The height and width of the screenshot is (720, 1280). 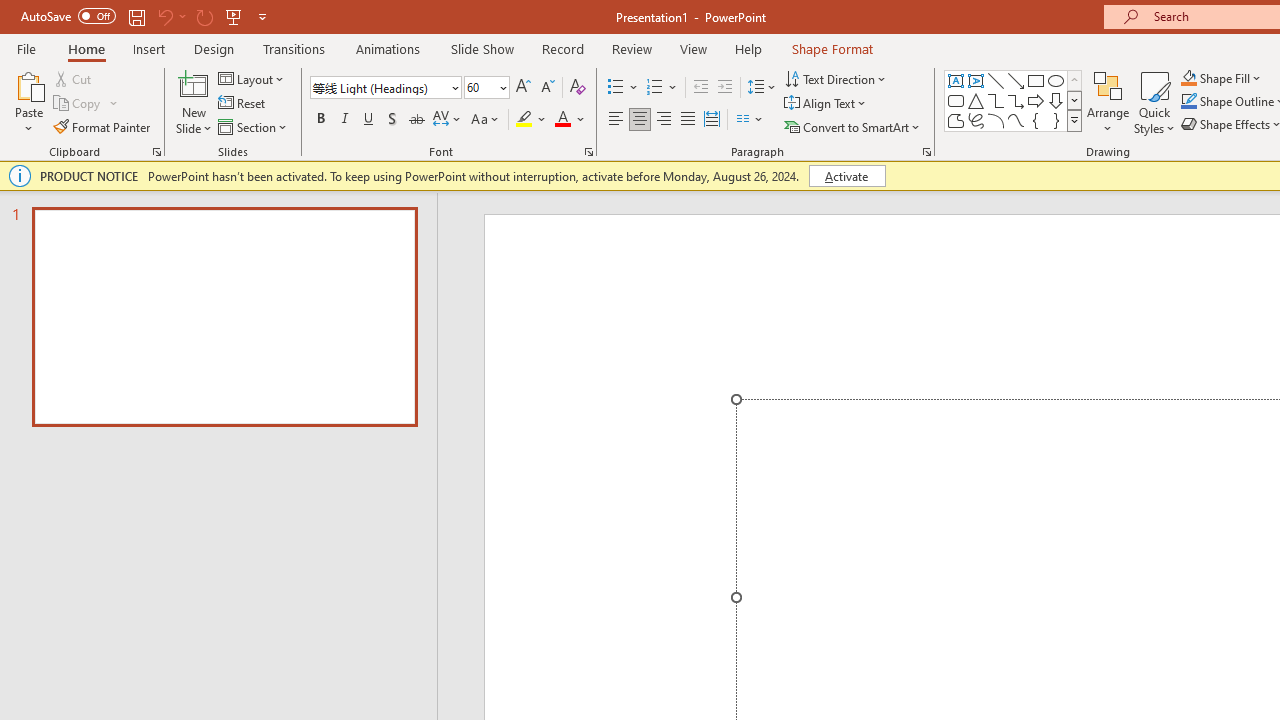 I want to click on 'Animations', so click(x=388, y=48).